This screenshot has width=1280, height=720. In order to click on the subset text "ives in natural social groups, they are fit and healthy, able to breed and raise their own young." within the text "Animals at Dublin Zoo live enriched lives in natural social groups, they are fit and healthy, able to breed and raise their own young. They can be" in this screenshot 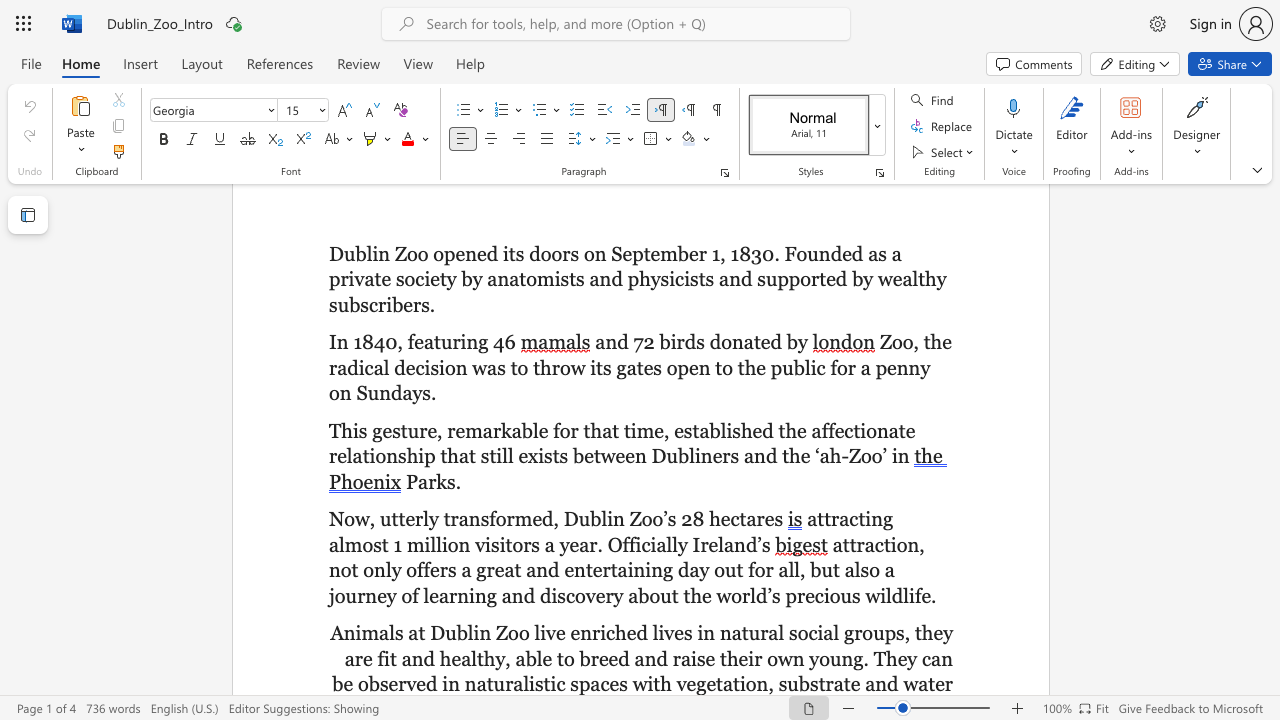, I will do `click(658, 633)`.